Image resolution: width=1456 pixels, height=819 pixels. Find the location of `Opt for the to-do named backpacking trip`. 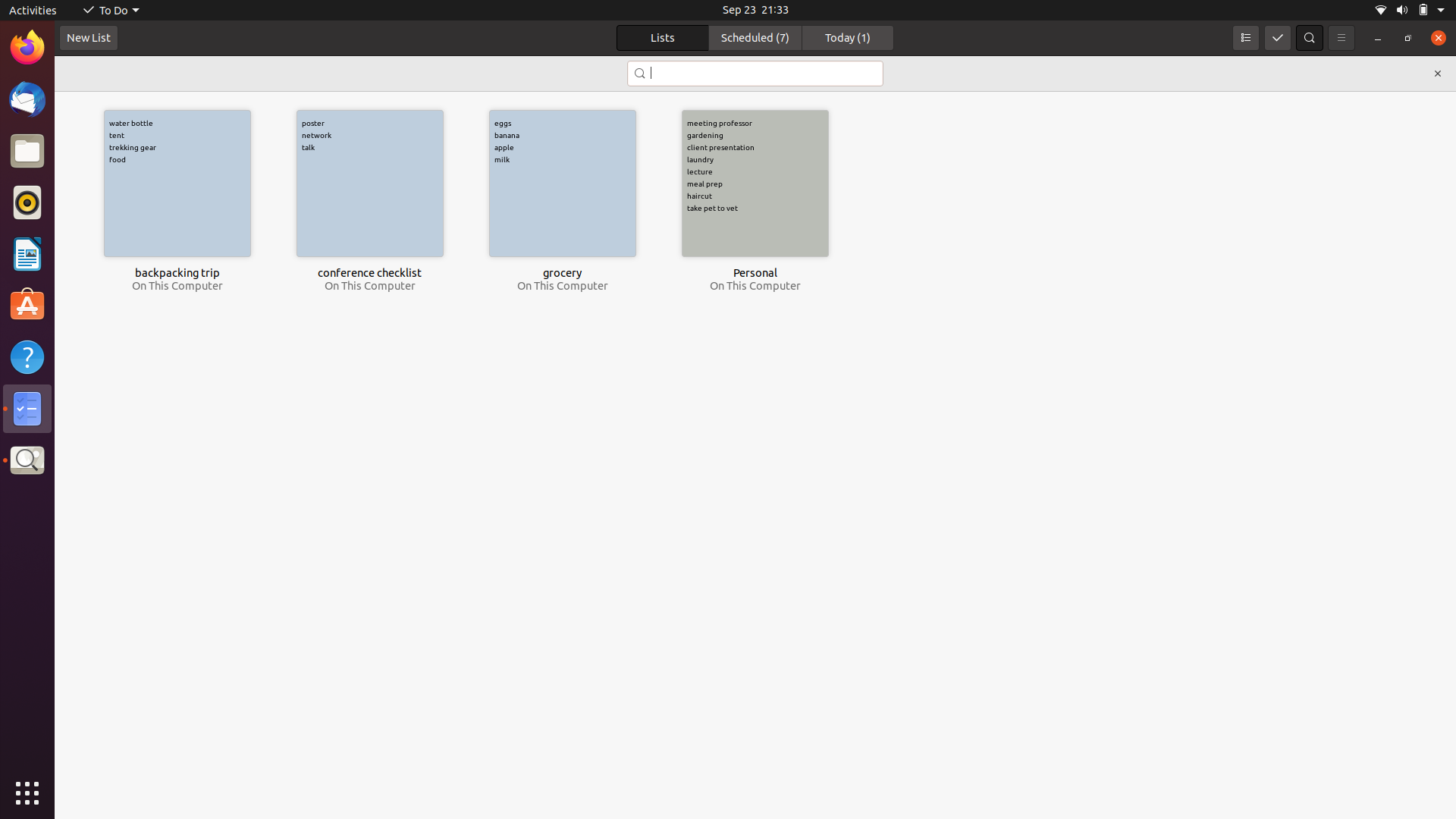

Opt for the to-do named backpacking trip is located at coordinates (177, 183).